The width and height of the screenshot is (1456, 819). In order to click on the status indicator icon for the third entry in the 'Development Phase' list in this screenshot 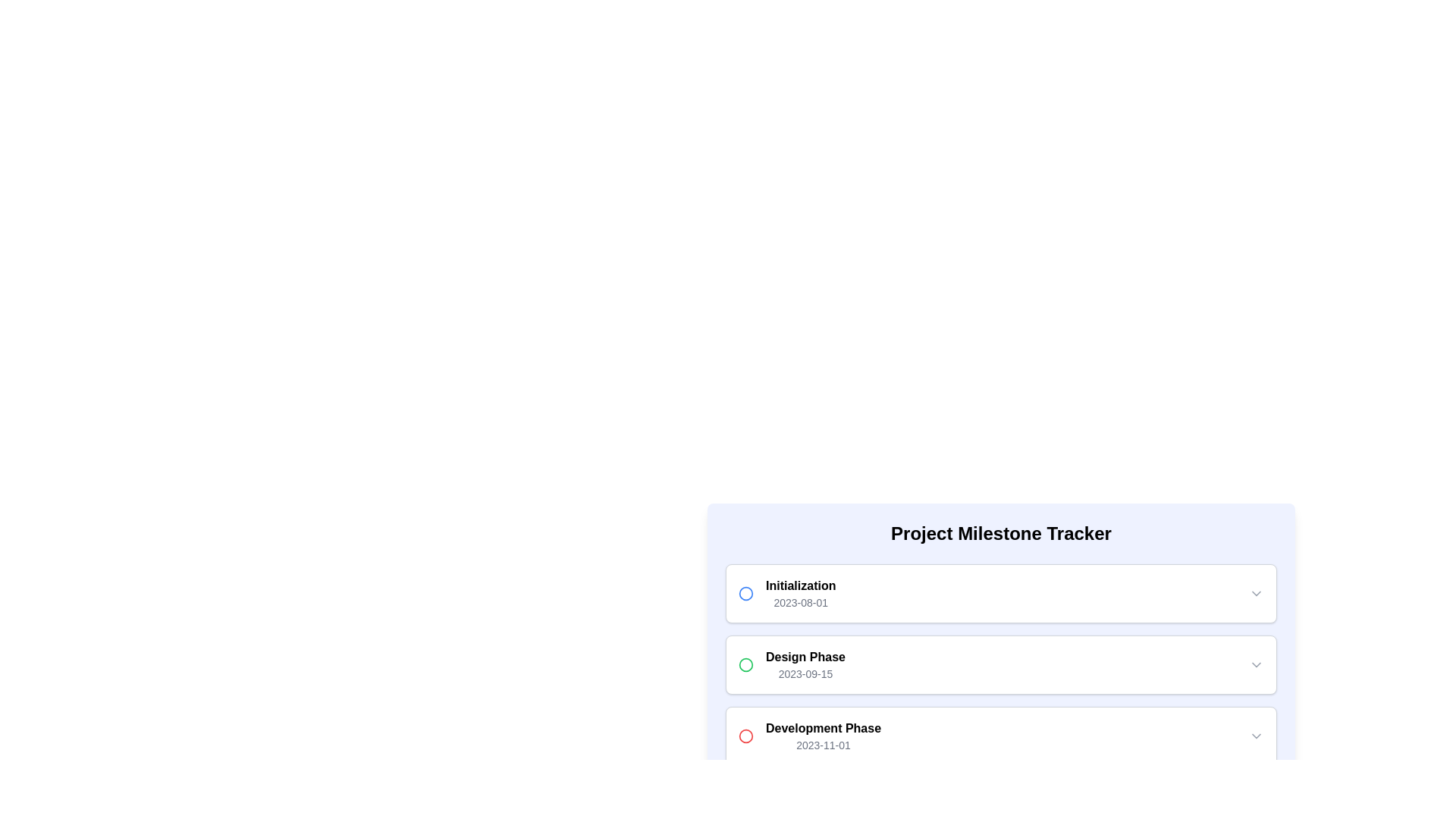, I will do `click(745, 736)`.